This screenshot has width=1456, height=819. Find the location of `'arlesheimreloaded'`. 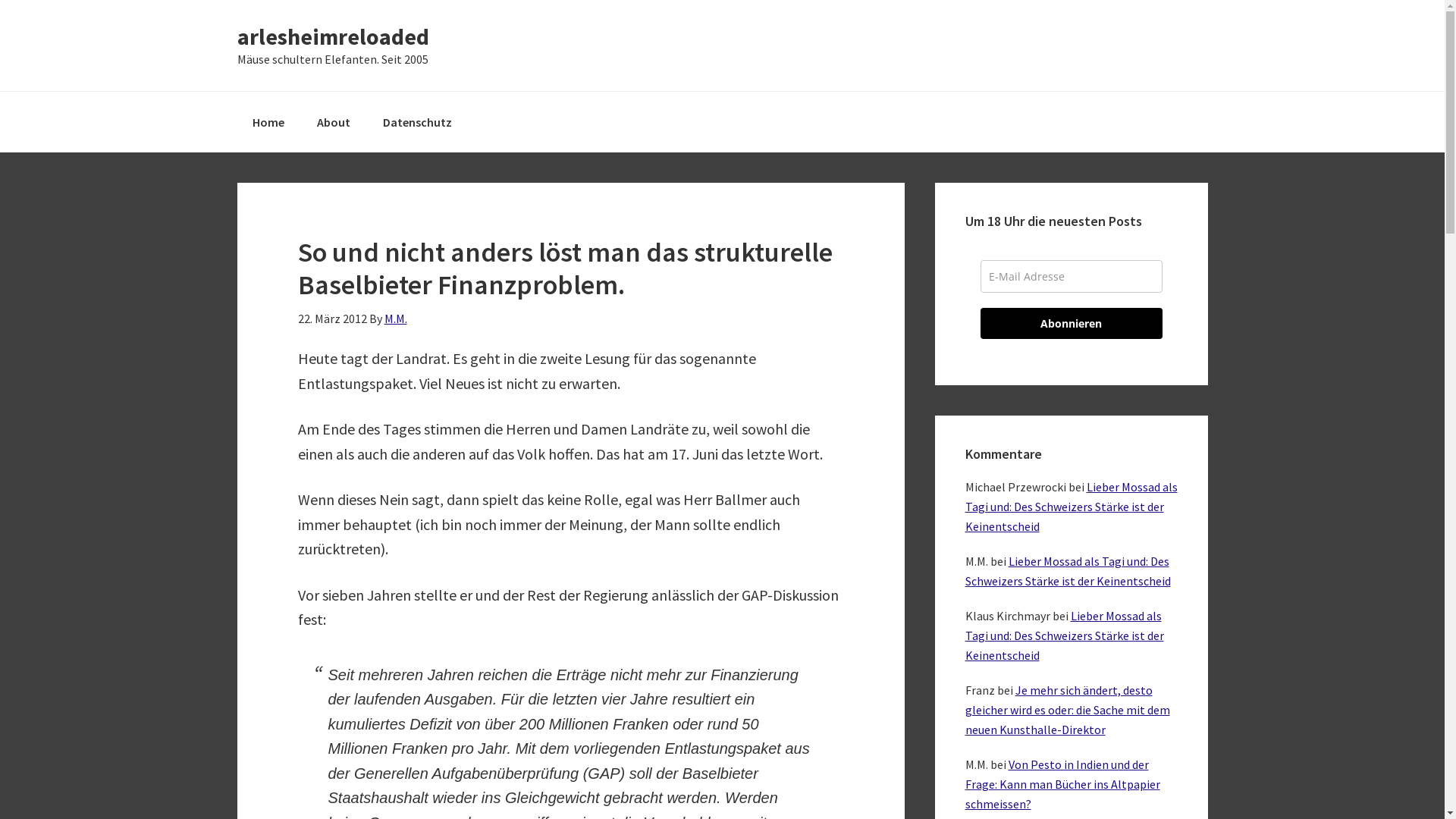

'arlesheimreloaded' is located at coordinates (331, 35).